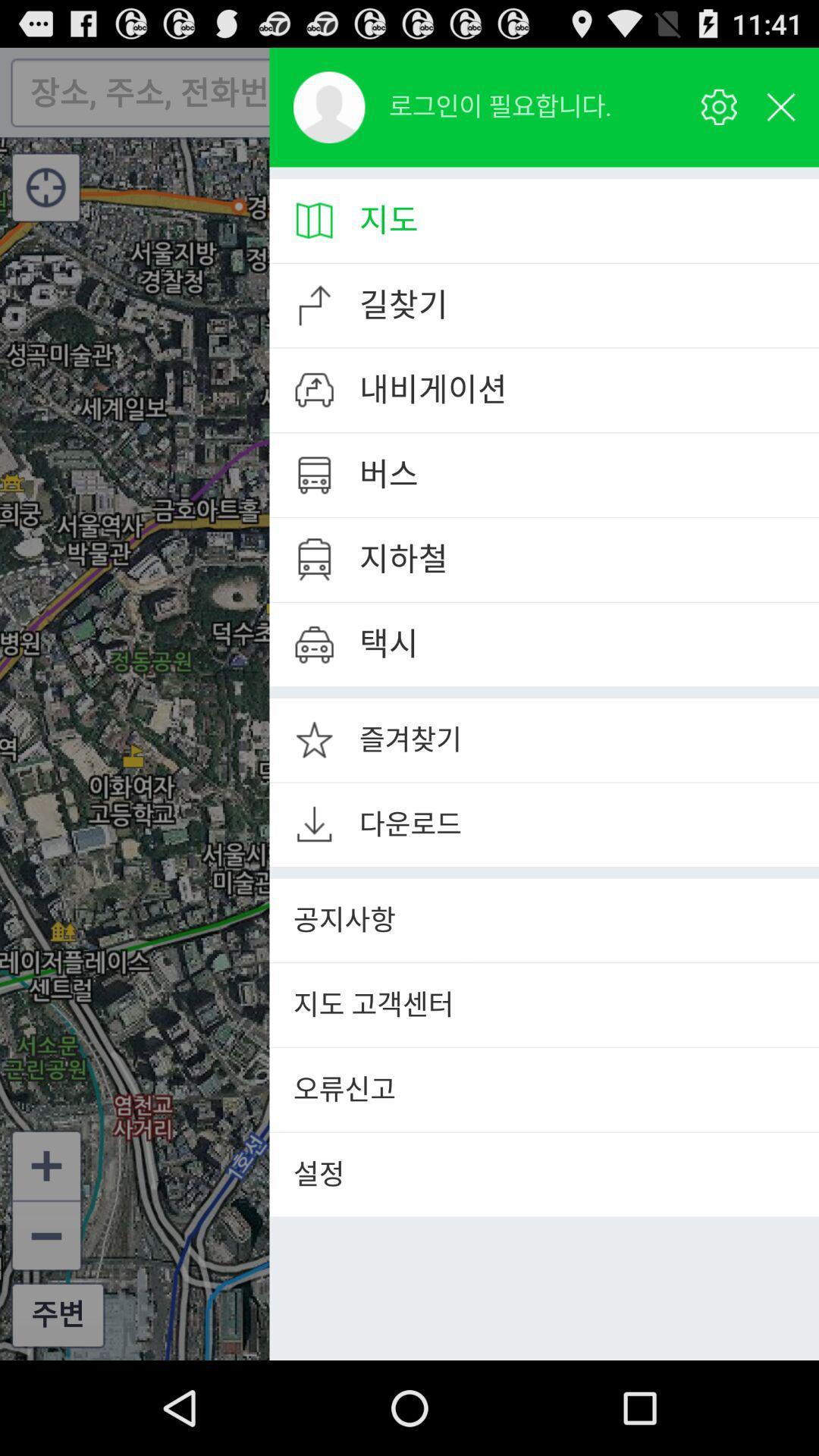 This screenshot has width=819, height=1456. What do you see at coordinates (328, 114) in the screenshot?
I see `the avatar icon` at bounding box center [328, 114].